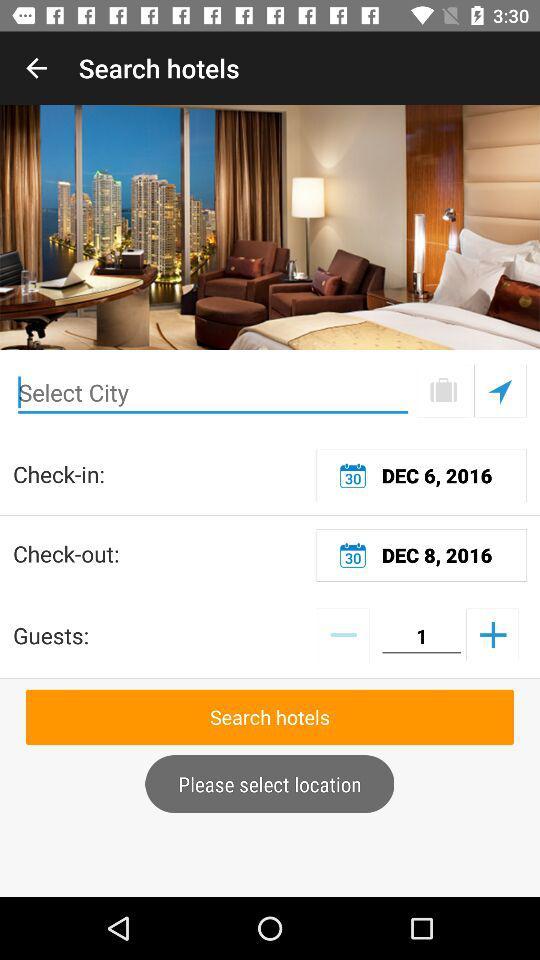 The width and height of the screenshot is (540, 960). I want to click on quentity plus option, so click(491, 633).